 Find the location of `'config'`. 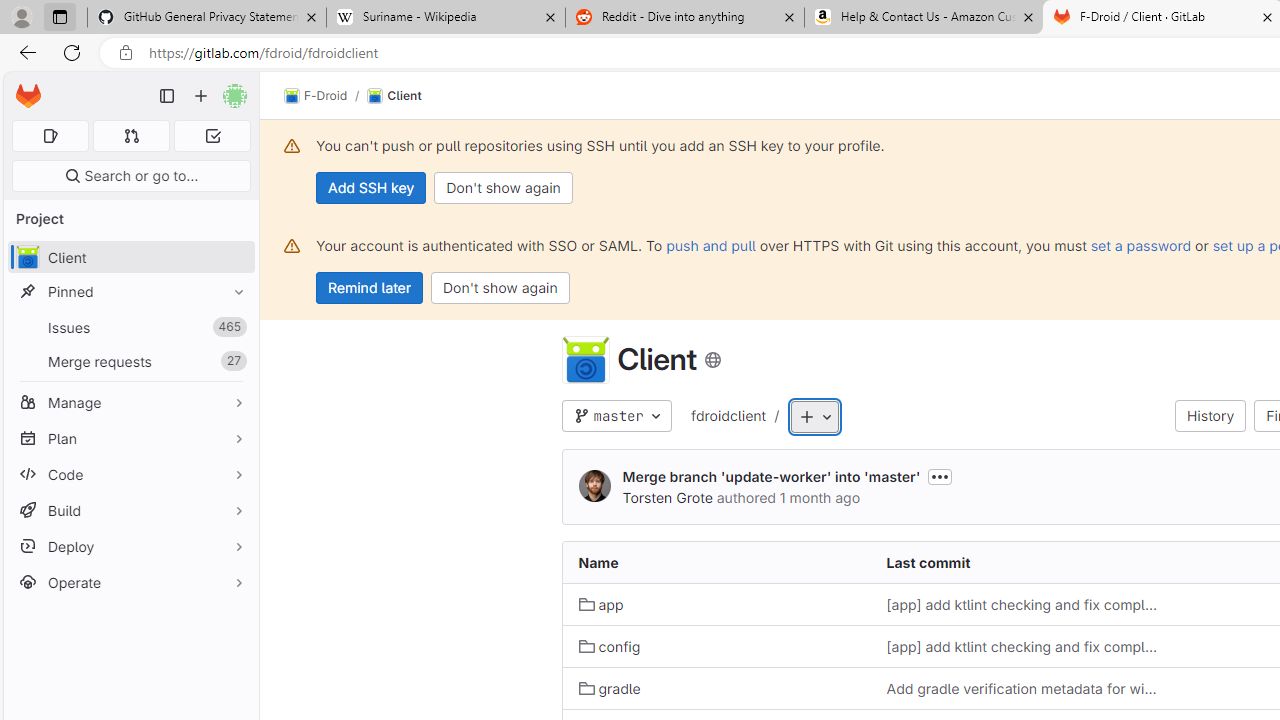

'config' is located at coordinates (608, 646).